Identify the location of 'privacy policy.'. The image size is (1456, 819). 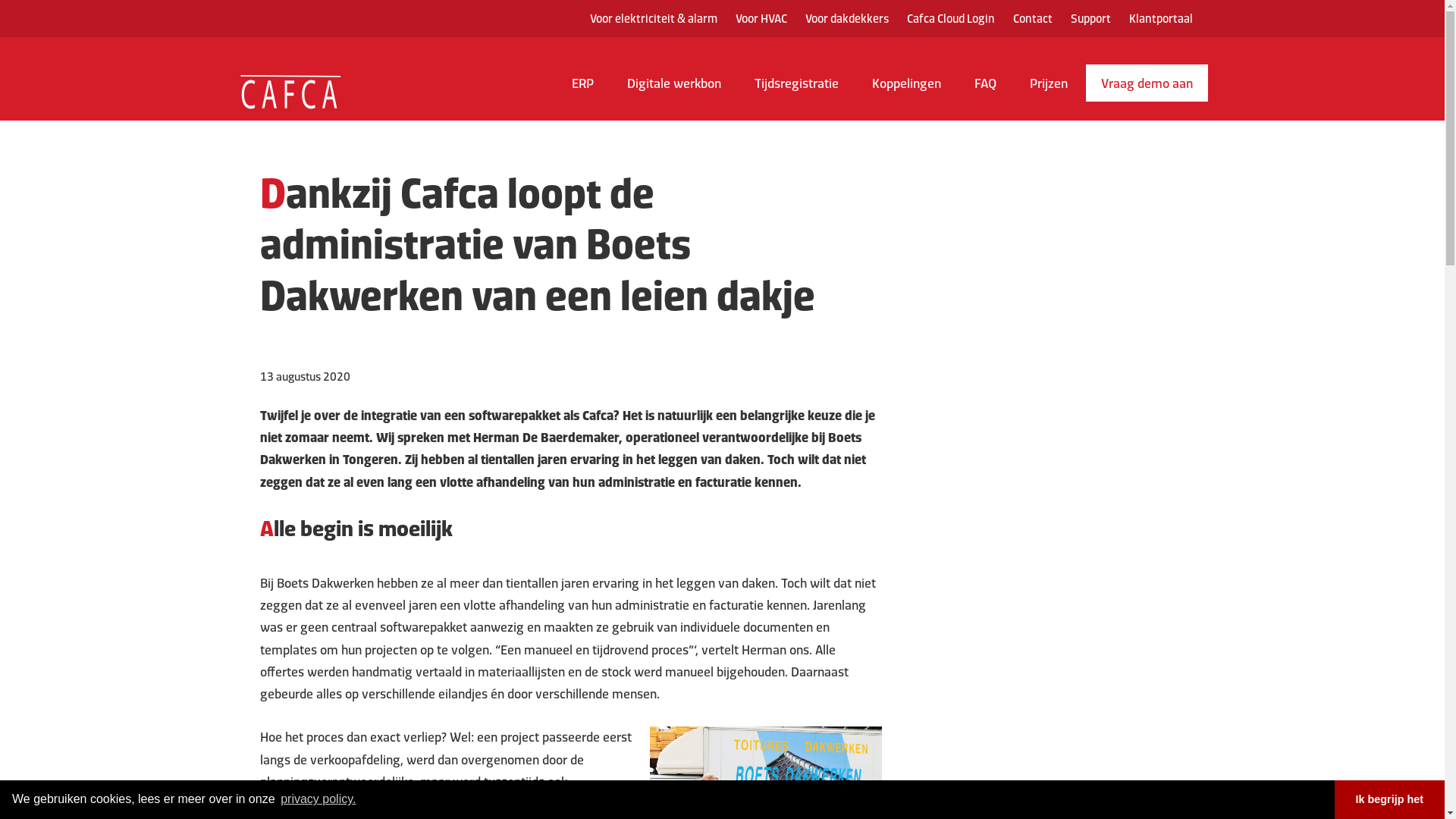
(318, 798).